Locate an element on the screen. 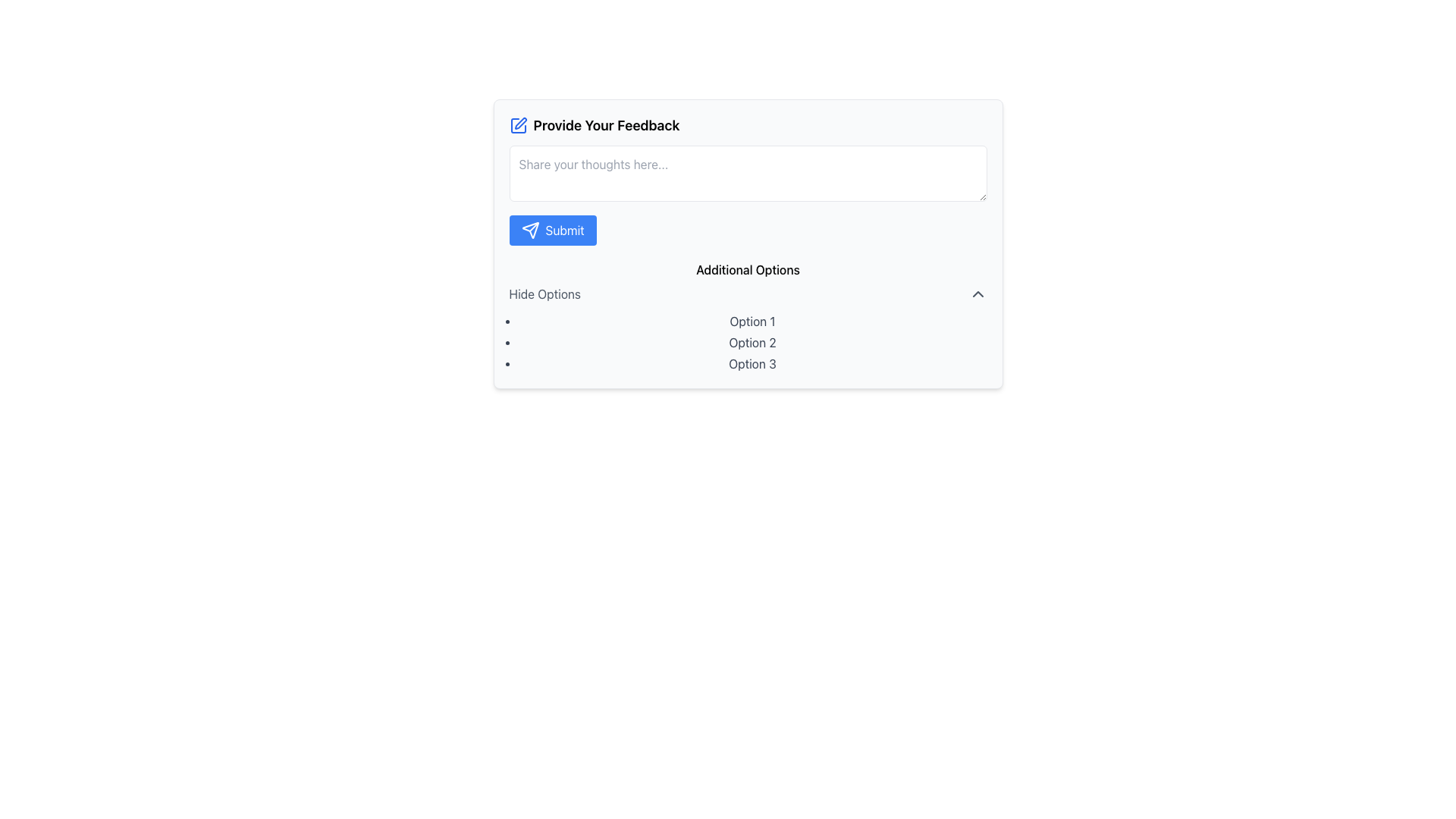 This screenshot has height=819, width=1456. the chevron icon located at the far right of the row containing the text 'Hide Options' is located at coordinates (977, 294).